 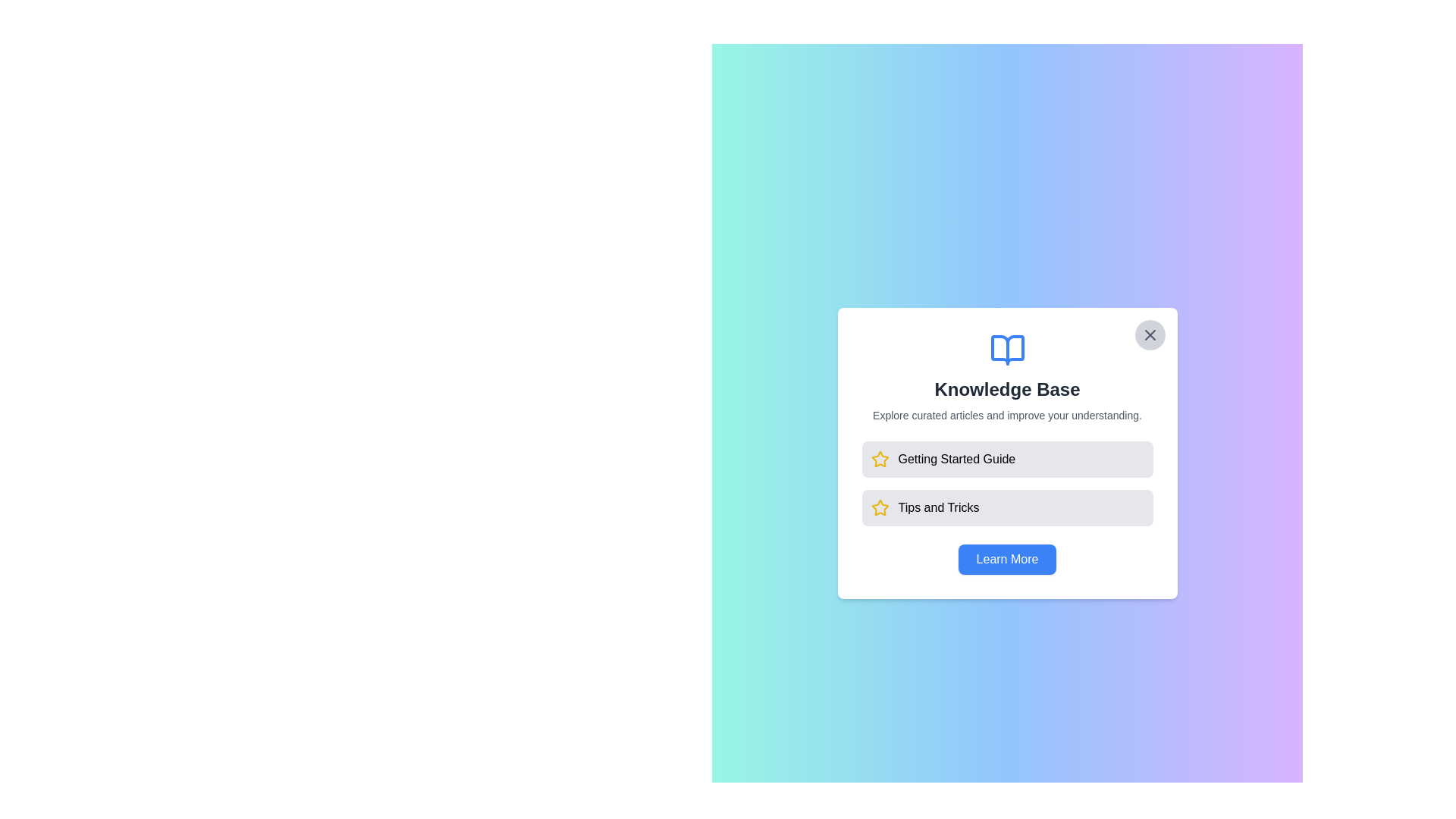 I want to click on the blue rectangular button labeled 'Learn More', so click(x=1007, y=559).